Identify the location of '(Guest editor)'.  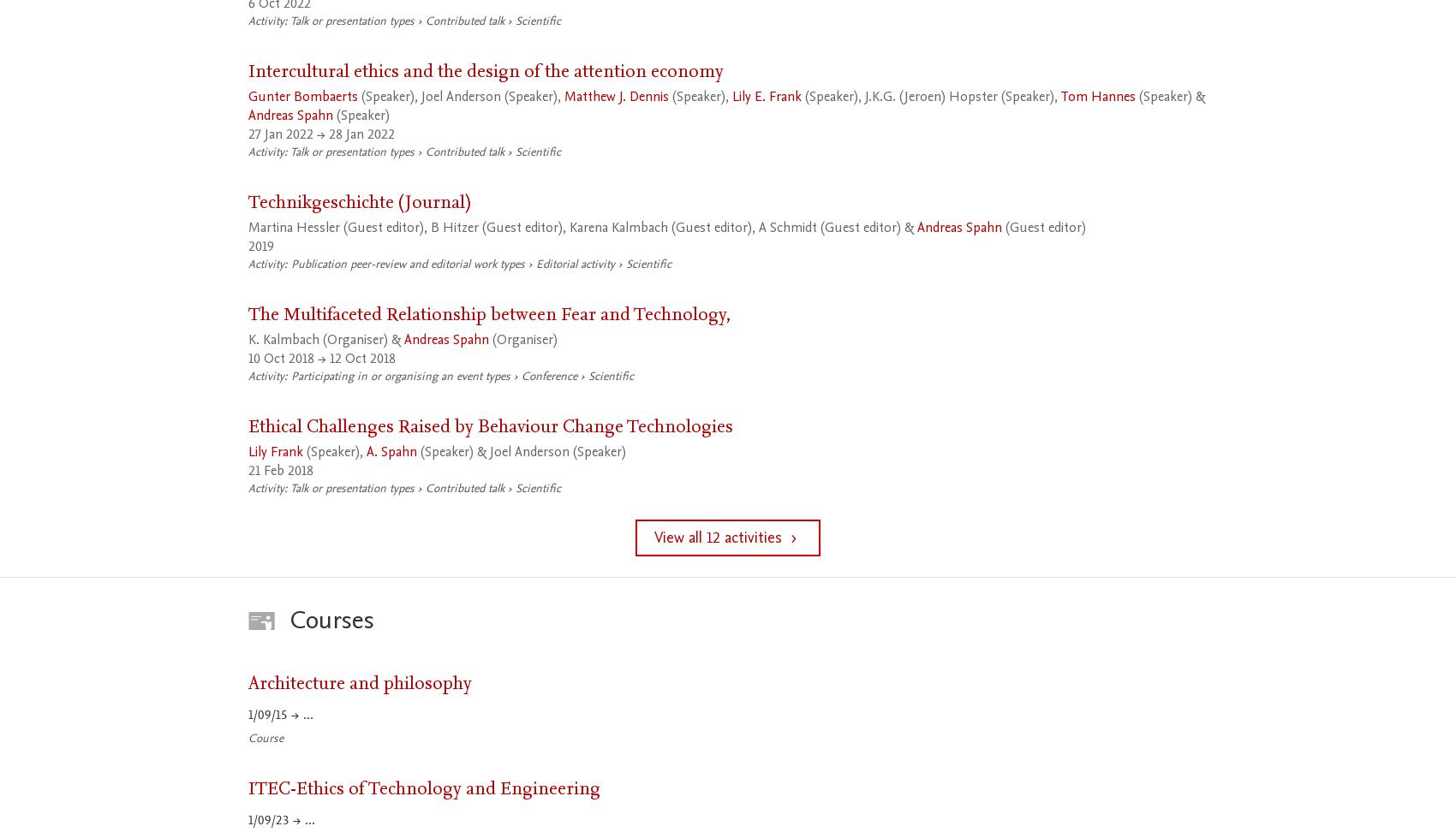
(1001, 228).